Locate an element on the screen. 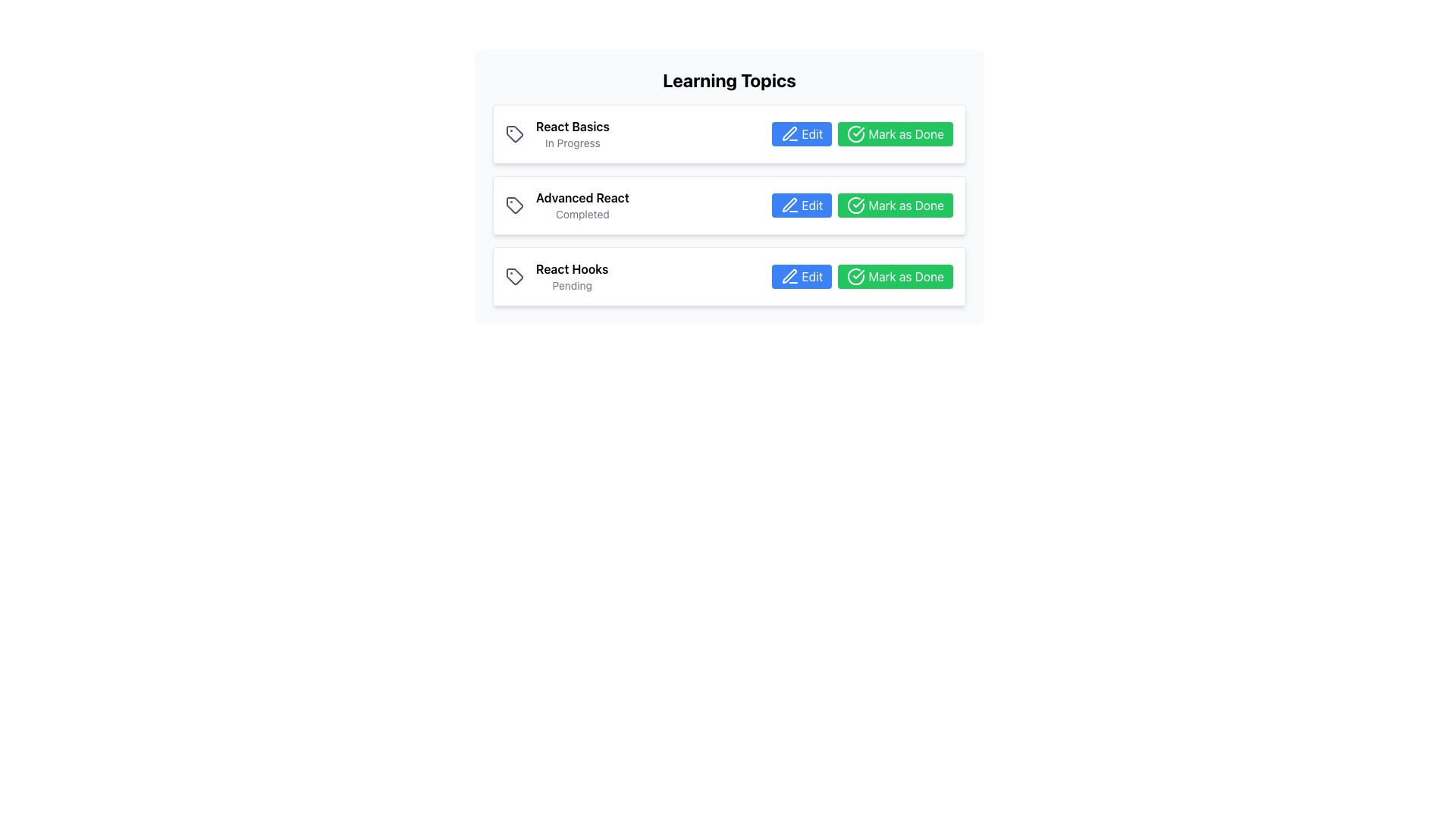  the stylized pen icon associated with the 'Edit' button next to the 'React Hooks' topic in the third row is located at coordinates (789, 277).